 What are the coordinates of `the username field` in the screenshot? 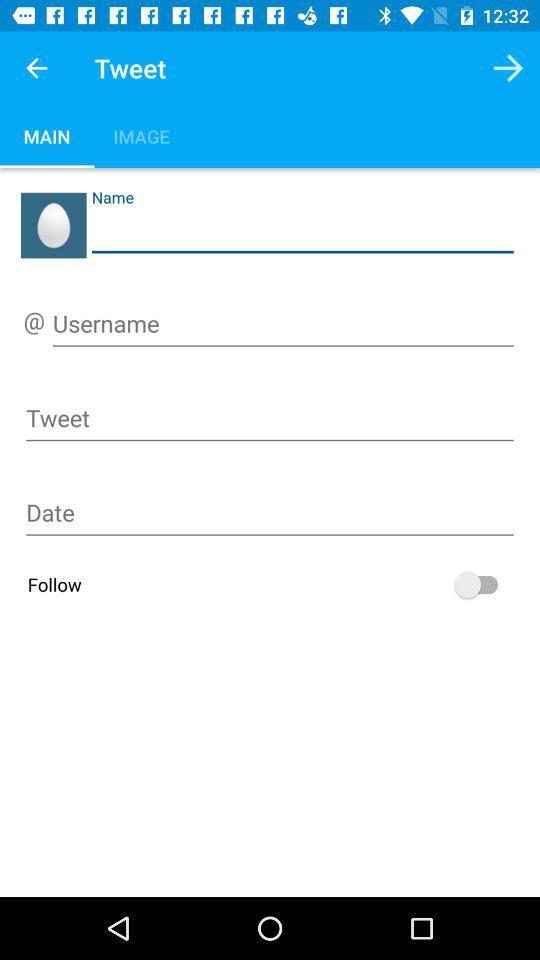 It's located at (282, 327).